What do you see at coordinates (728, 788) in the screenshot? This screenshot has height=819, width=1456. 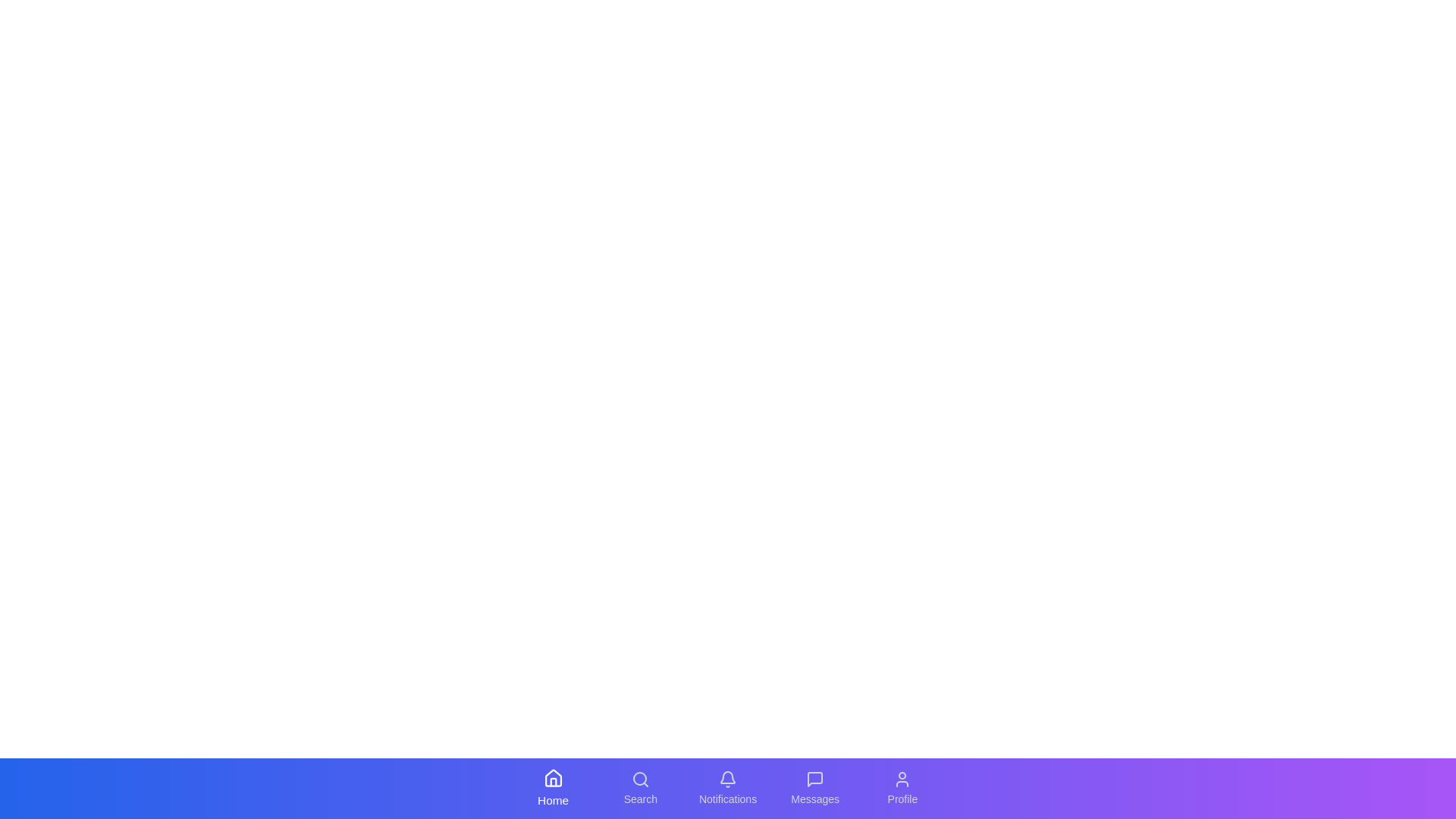 I see `the Notifications tab to inspect its details` at bounding box center [728, 788].